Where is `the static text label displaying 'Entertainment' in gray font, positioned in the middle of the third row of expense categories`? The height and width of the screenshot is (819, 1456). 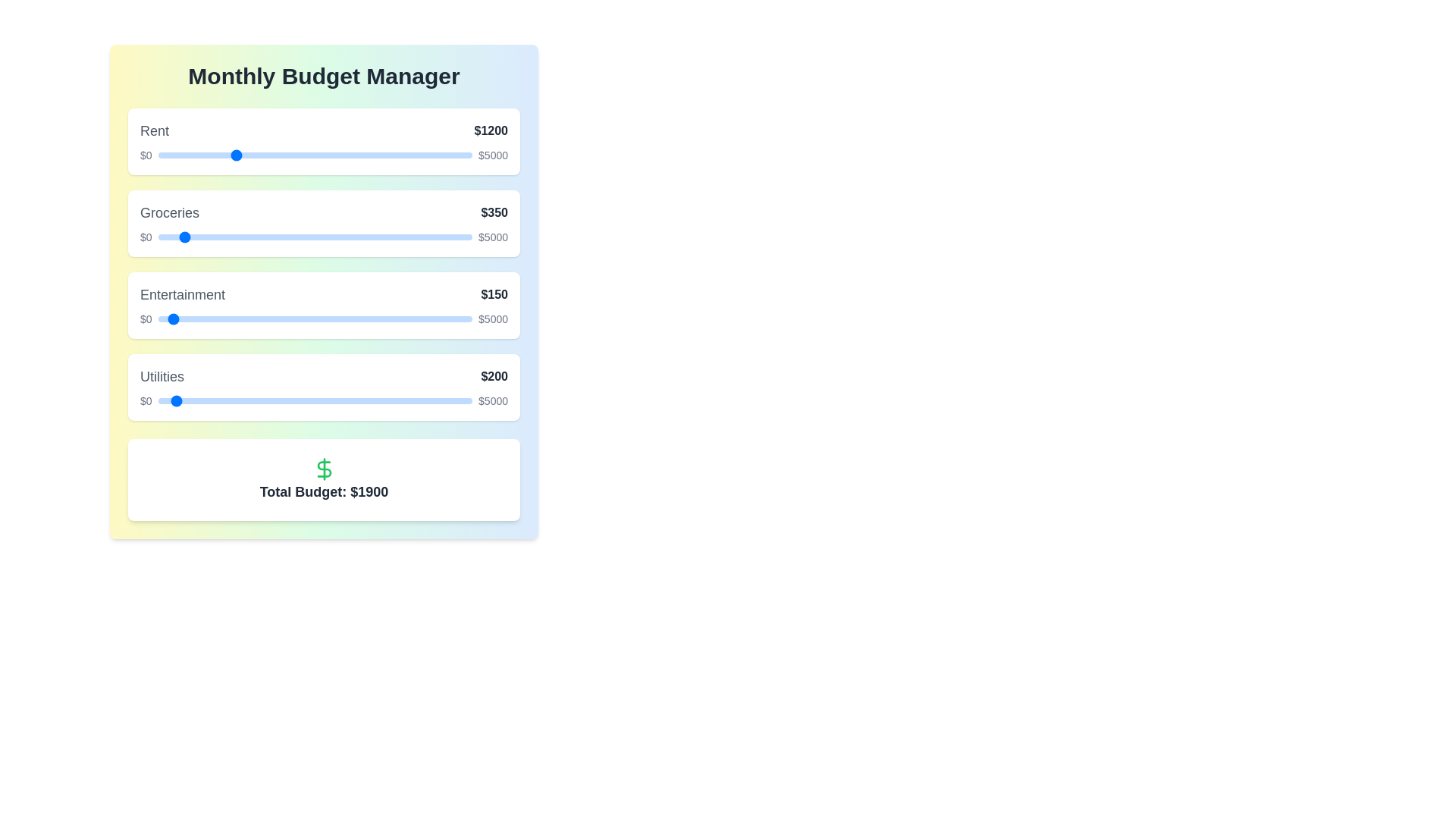
the static text label displaying 'Entertainment' in gray font, positioned in the middle of the third row of expense categories is located at coordinates (182, 295).